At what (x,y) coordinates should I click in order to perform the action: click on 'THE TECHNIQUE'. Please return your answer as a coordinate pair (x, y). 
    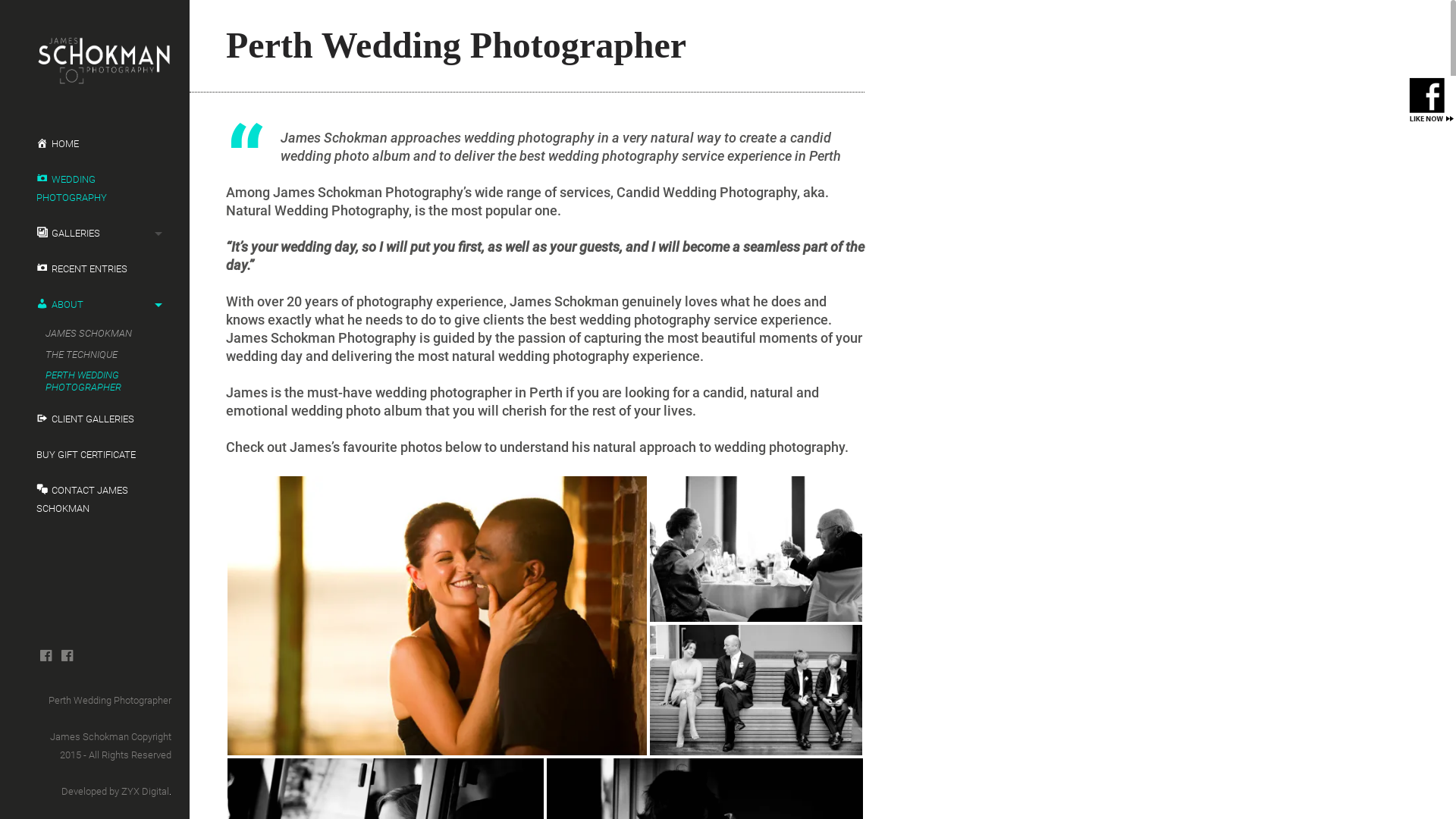
    Looking at the image, I should click on (98, 354).